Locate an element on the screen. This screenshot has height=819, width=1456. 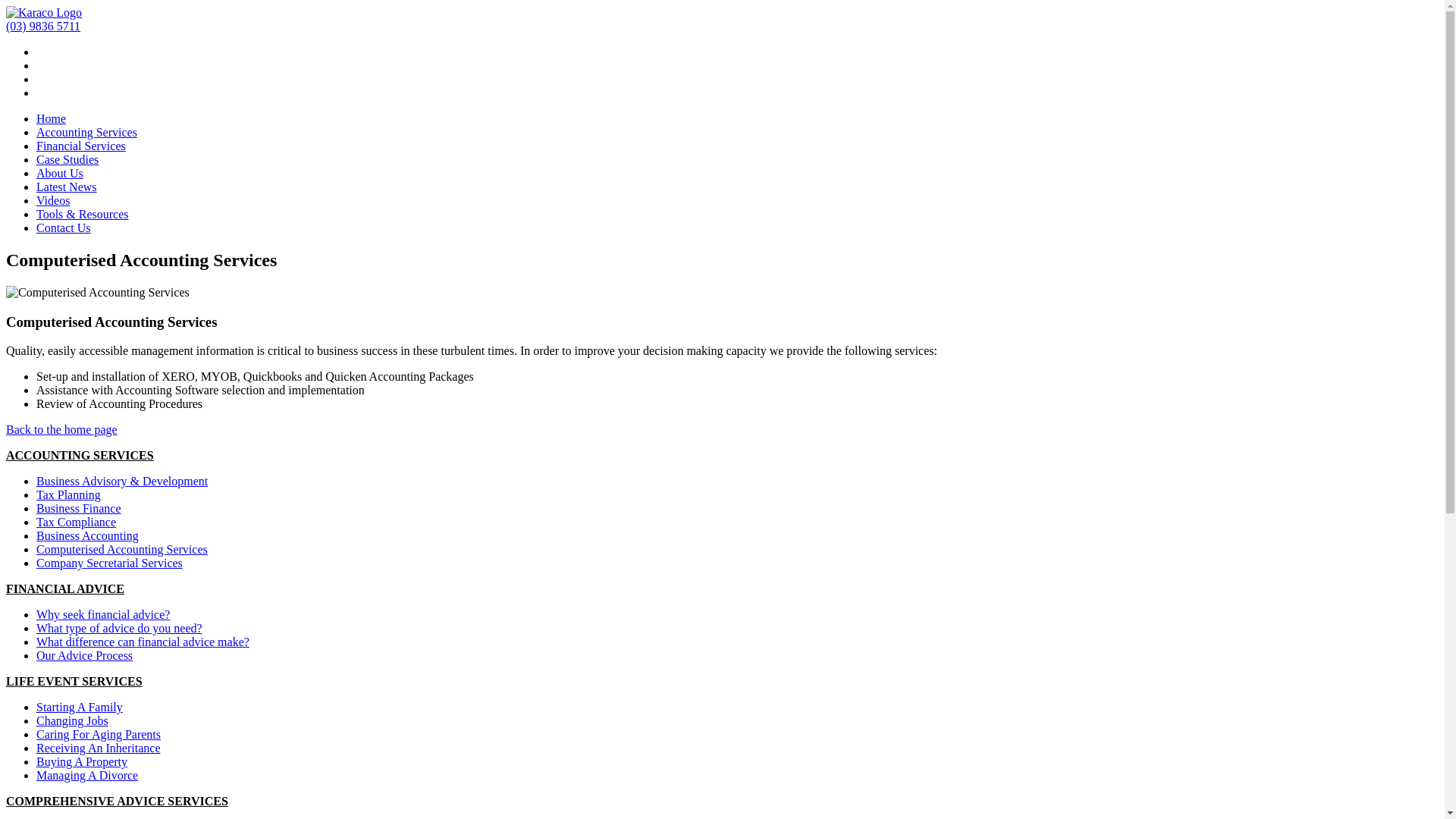
'Case Studies' is located at coordinates (36, 159).